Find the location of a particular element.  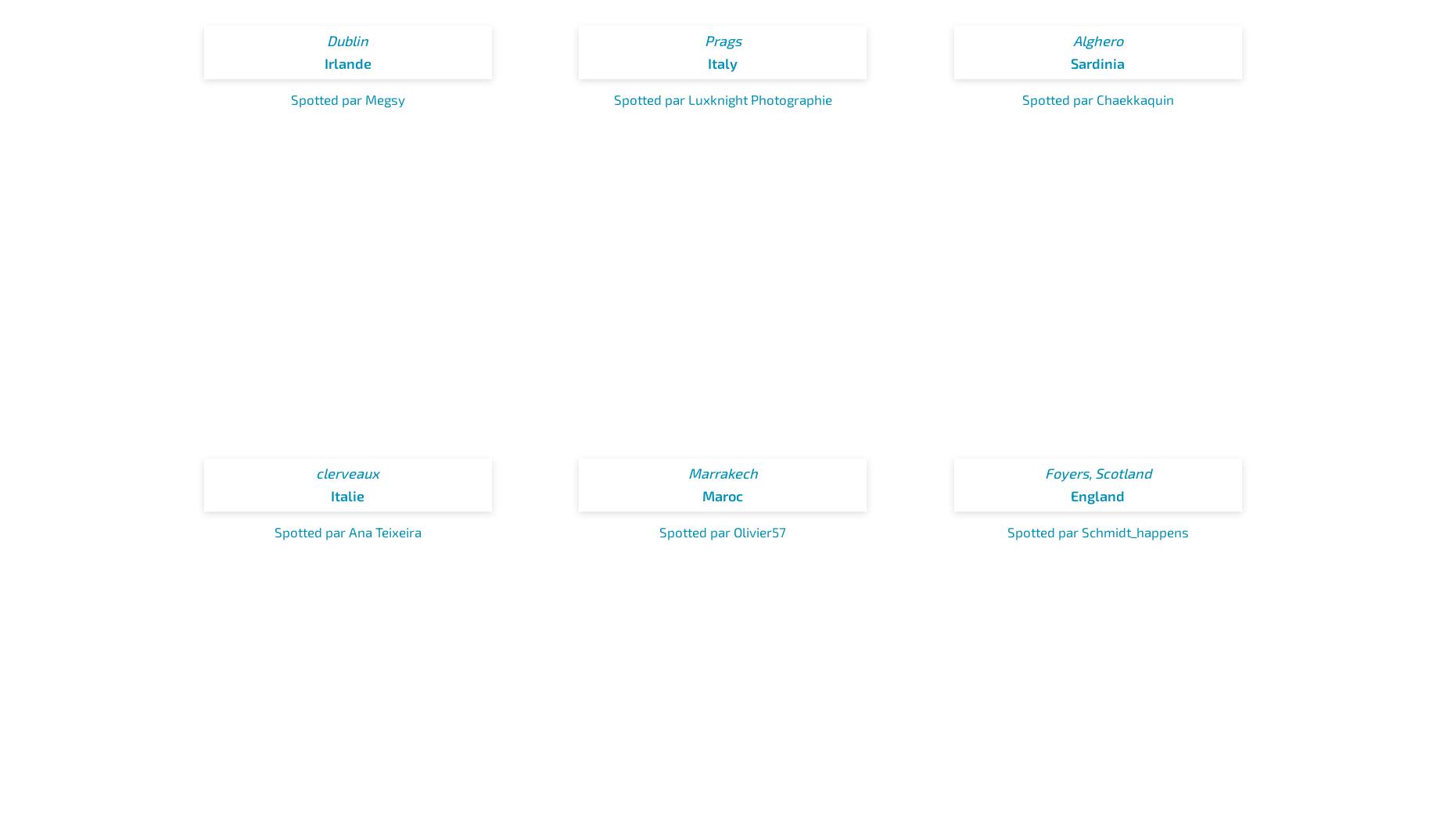

'Marrakech' is located at coordinates (722, 472).